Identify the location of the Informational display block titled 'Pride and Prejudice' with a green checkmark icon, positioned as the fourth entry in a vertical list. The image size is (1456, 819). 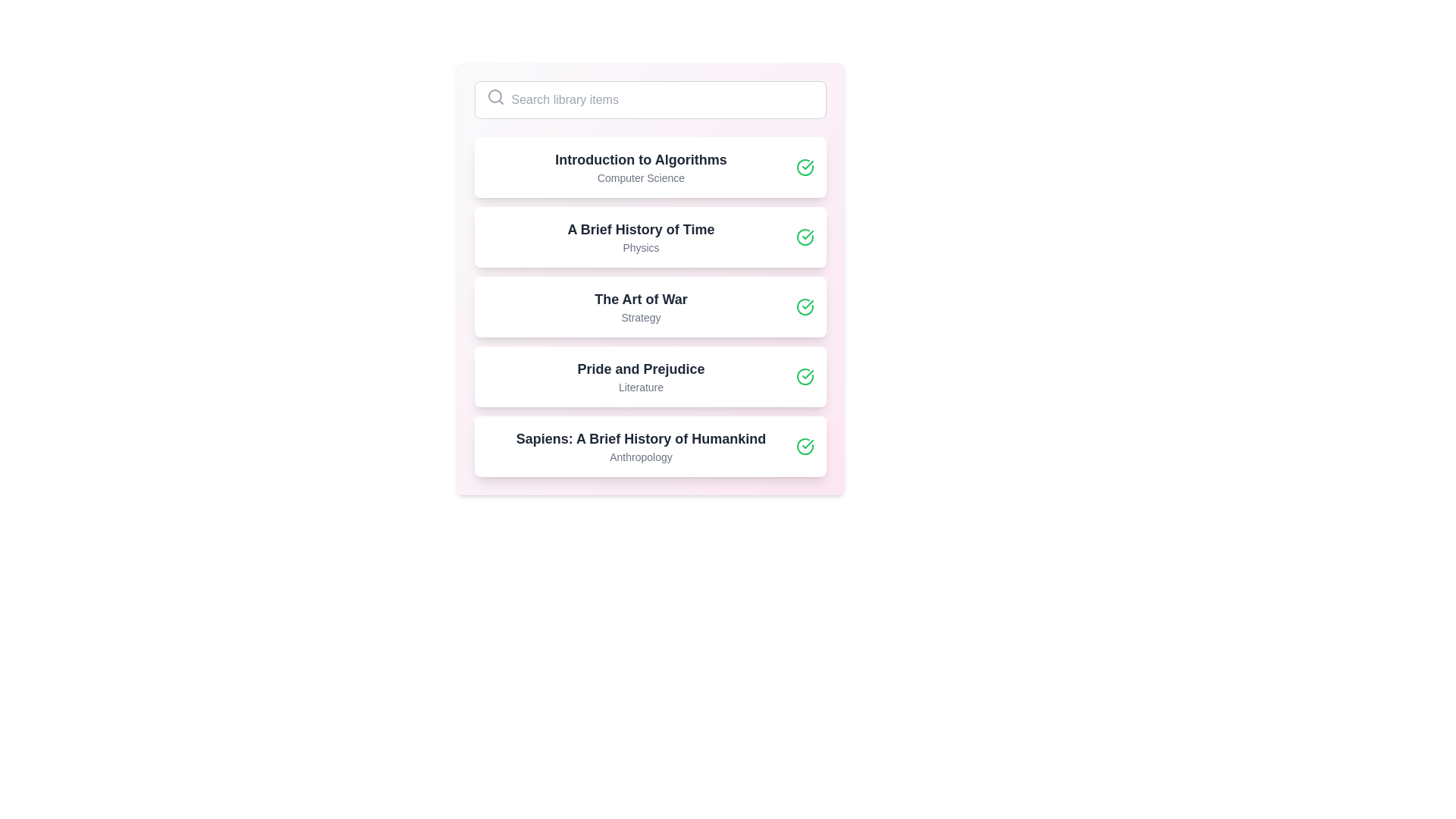
(650, 376).